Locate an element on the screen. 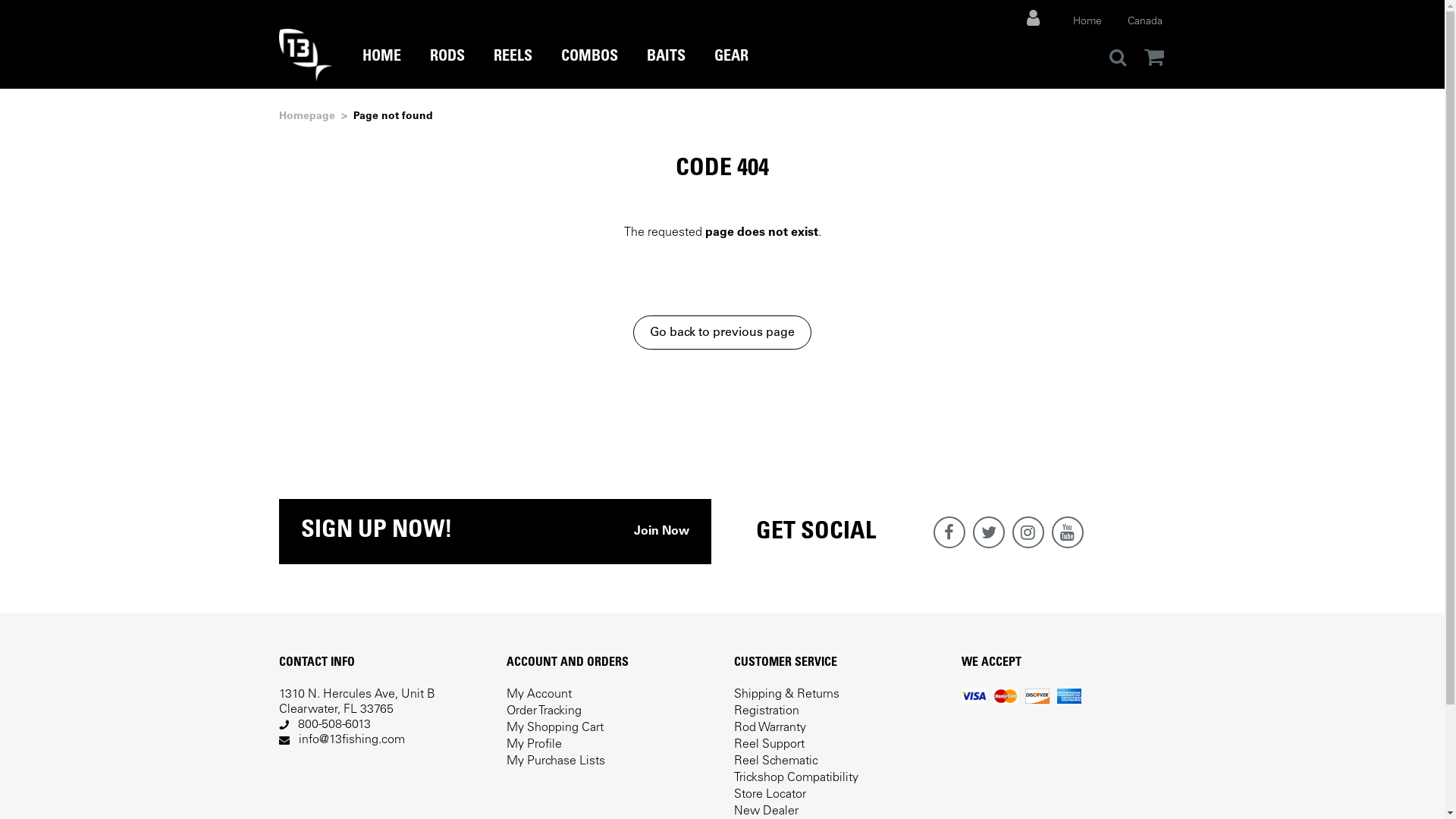 This screenshot has height=819, width=1456. 'New Dealer' is located at coordinates (766, 810).